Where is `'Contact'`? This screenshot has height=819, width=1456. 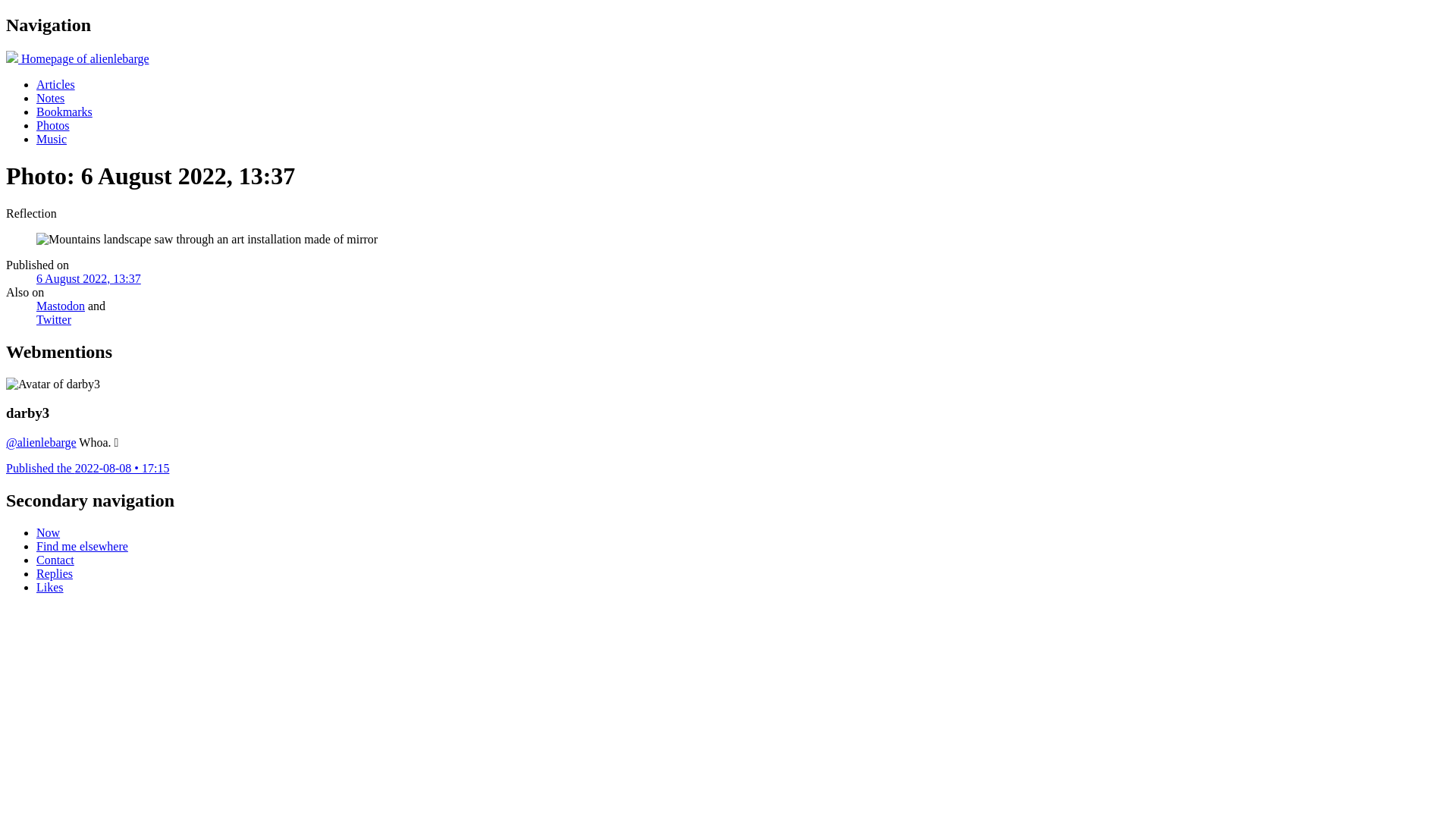 'Contact' is located at coordinates (55, 560).